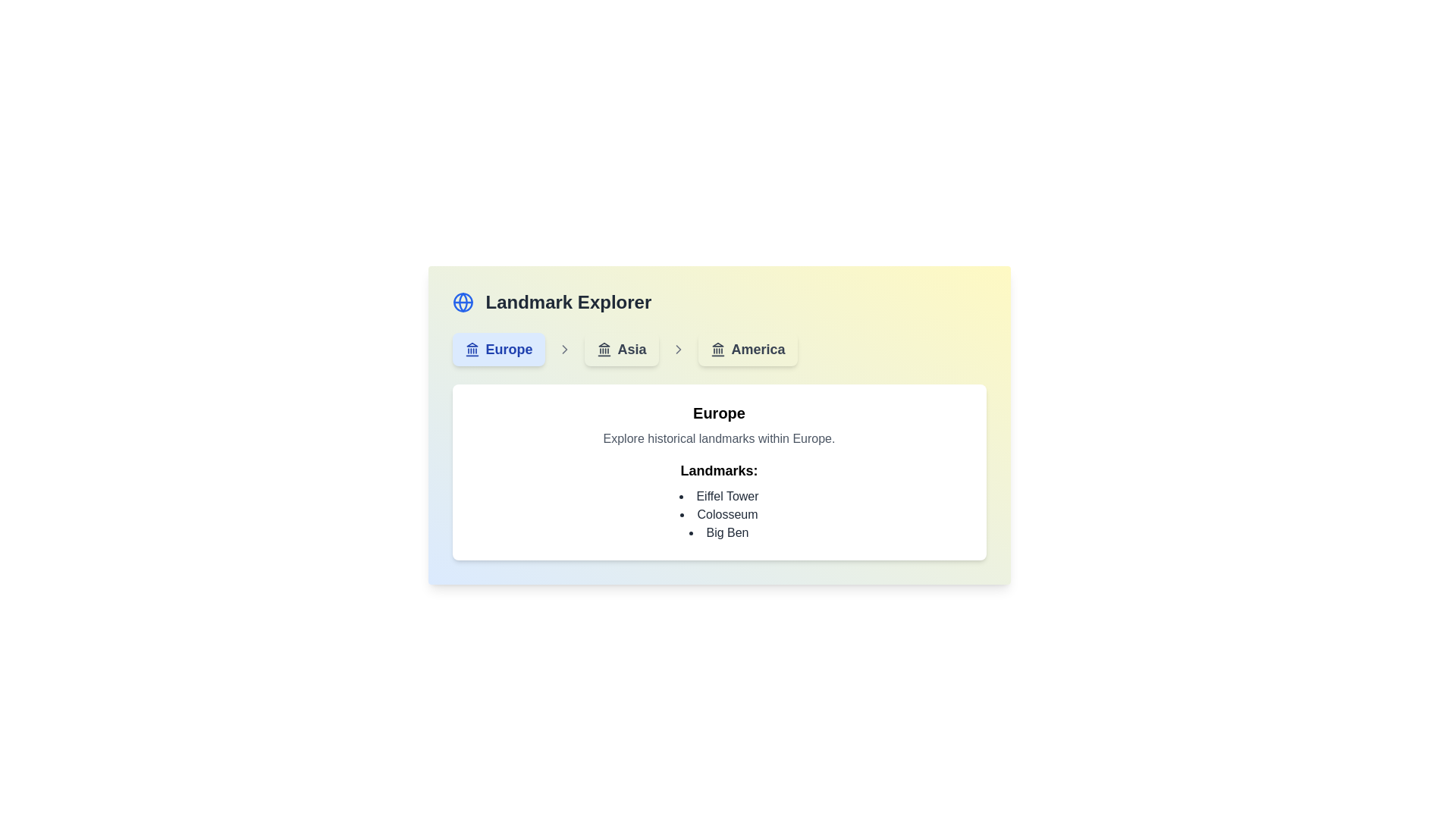  I want to click on the decorative globe icon located to the left of the 'Landmark Explorer' title in the header area of the panel, so click(462, 302).